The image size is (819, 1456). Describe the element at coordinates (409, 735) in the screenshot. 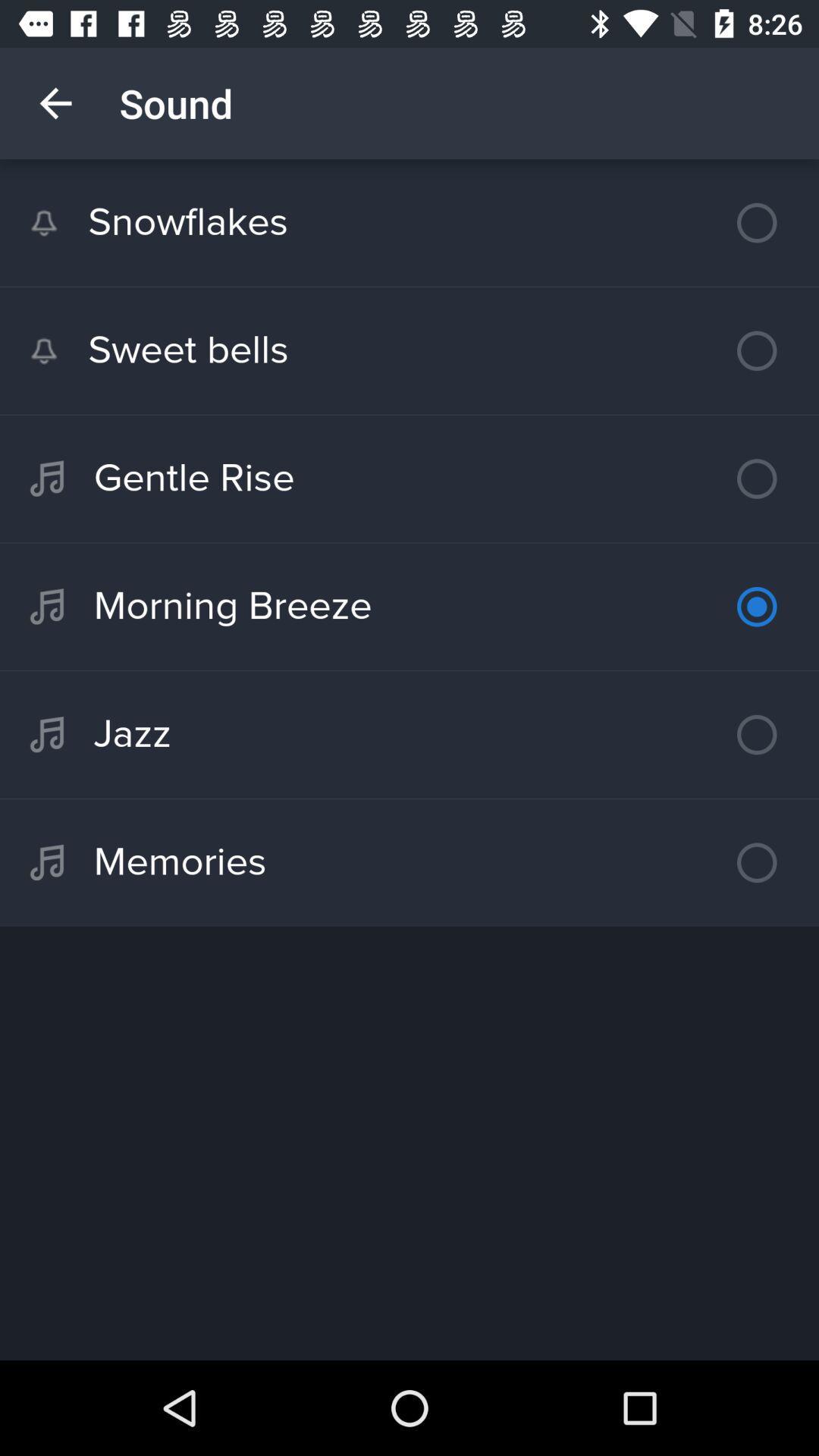

I see `icon below the morning breeze icon` at that location.